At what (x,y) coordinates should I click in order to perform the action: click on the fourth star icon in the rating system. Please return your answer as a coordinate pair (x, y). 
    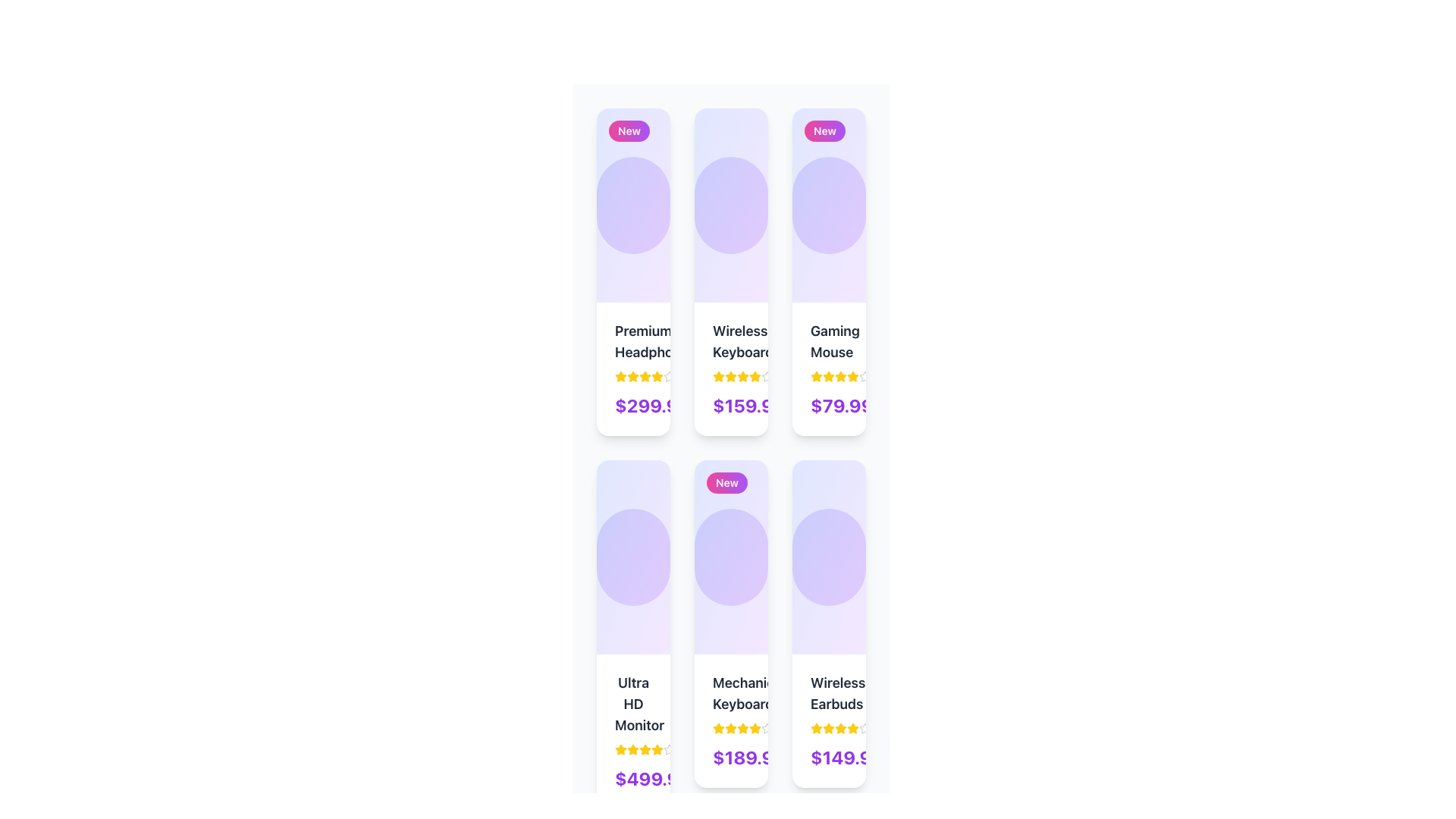
    Looking at the image, I should click on (645, 376).